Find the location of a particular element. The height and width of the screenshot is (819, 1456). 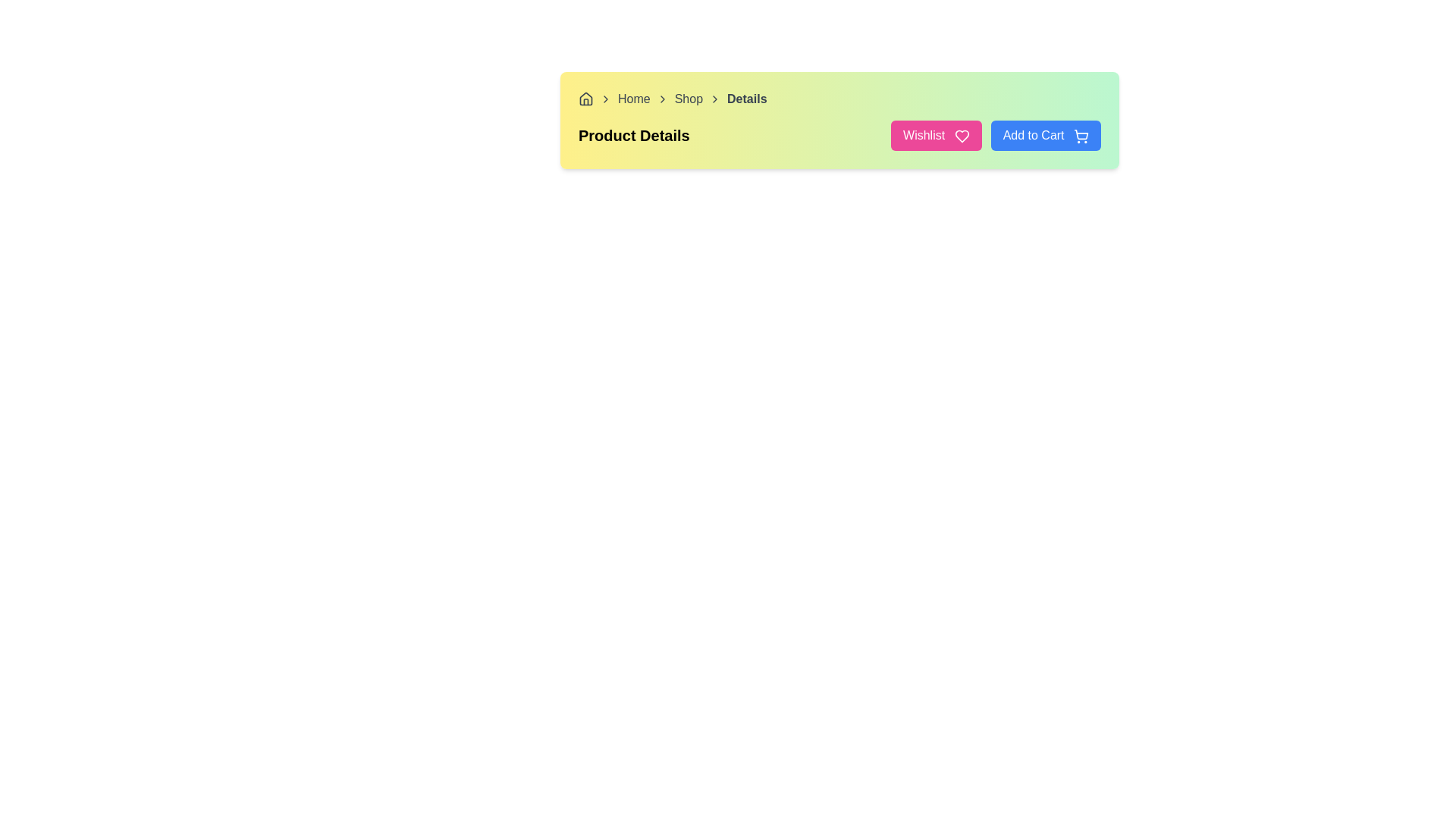

the text label that serves as a section title for product details, located on the left within a horizontal section of the interface is located at coordinates (634, 134).